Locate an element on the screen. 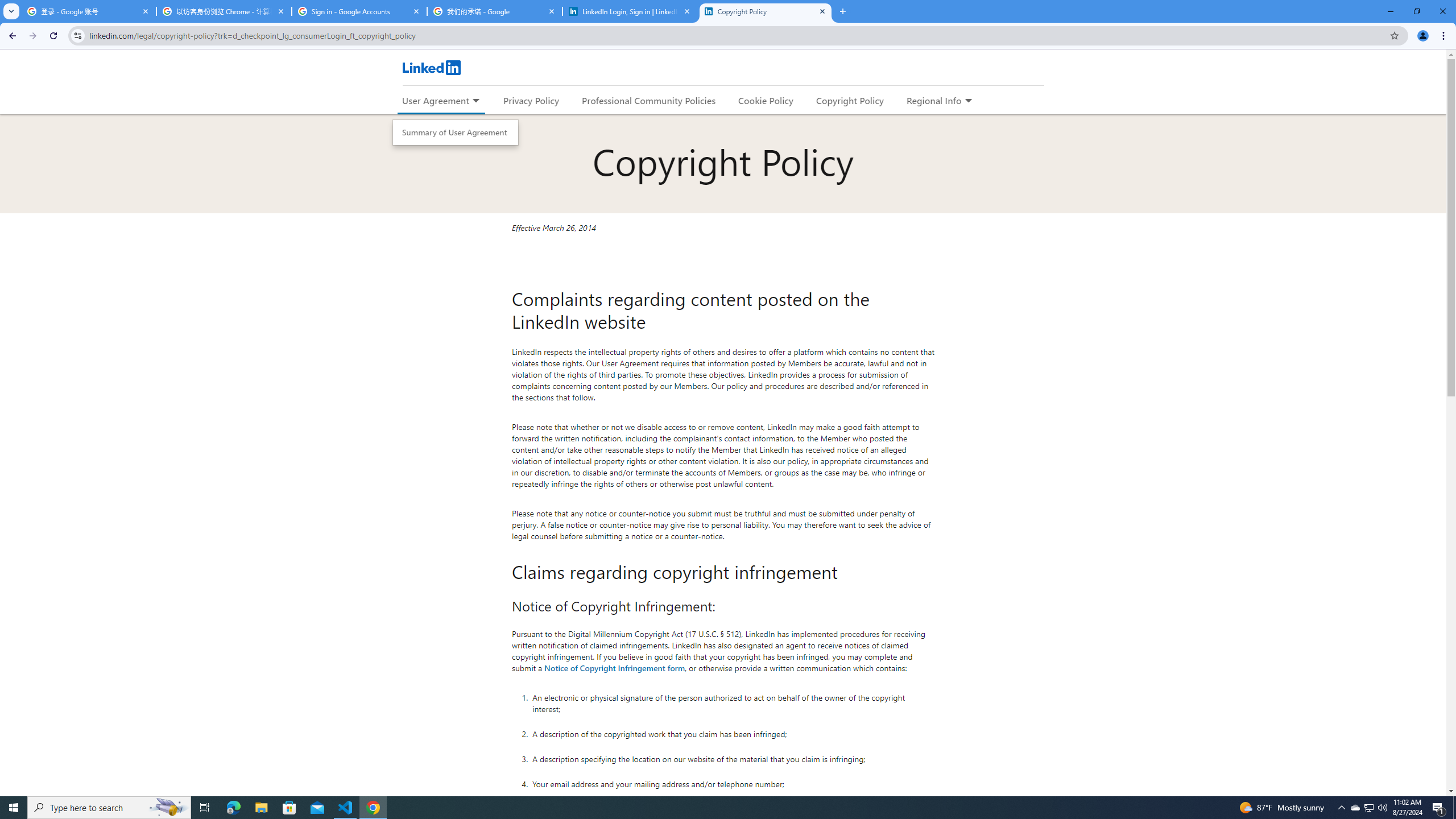 The height and width of the screenshot is (819, 1456). 'User Agreement' is located at coordinates (435, 100).